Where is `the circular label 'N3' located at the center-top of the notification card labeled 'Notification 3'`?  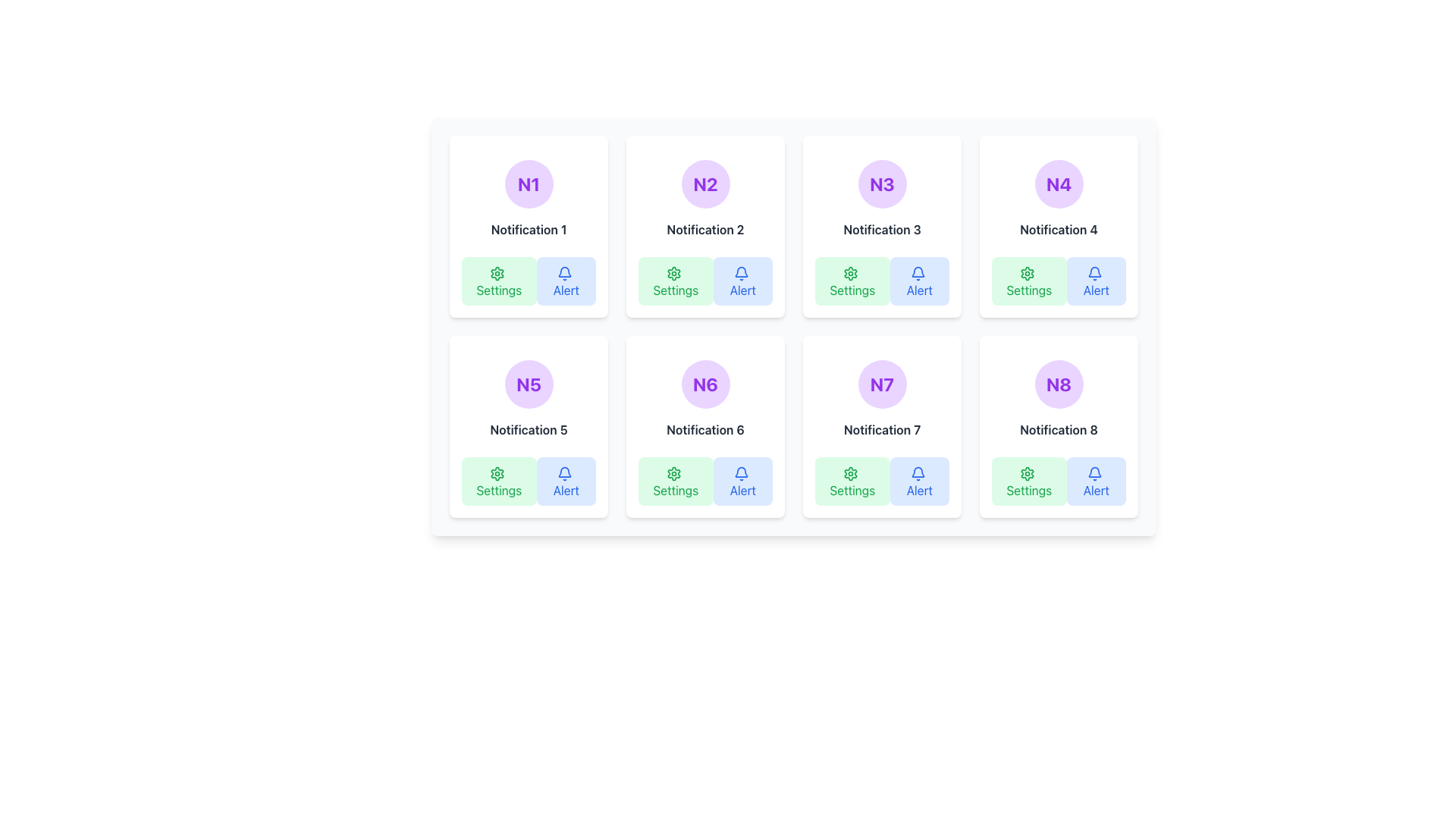
the circular label 'N3' located at the center-top of the notification card labeled 'Notification 3' is located at coordinates (882, 184).